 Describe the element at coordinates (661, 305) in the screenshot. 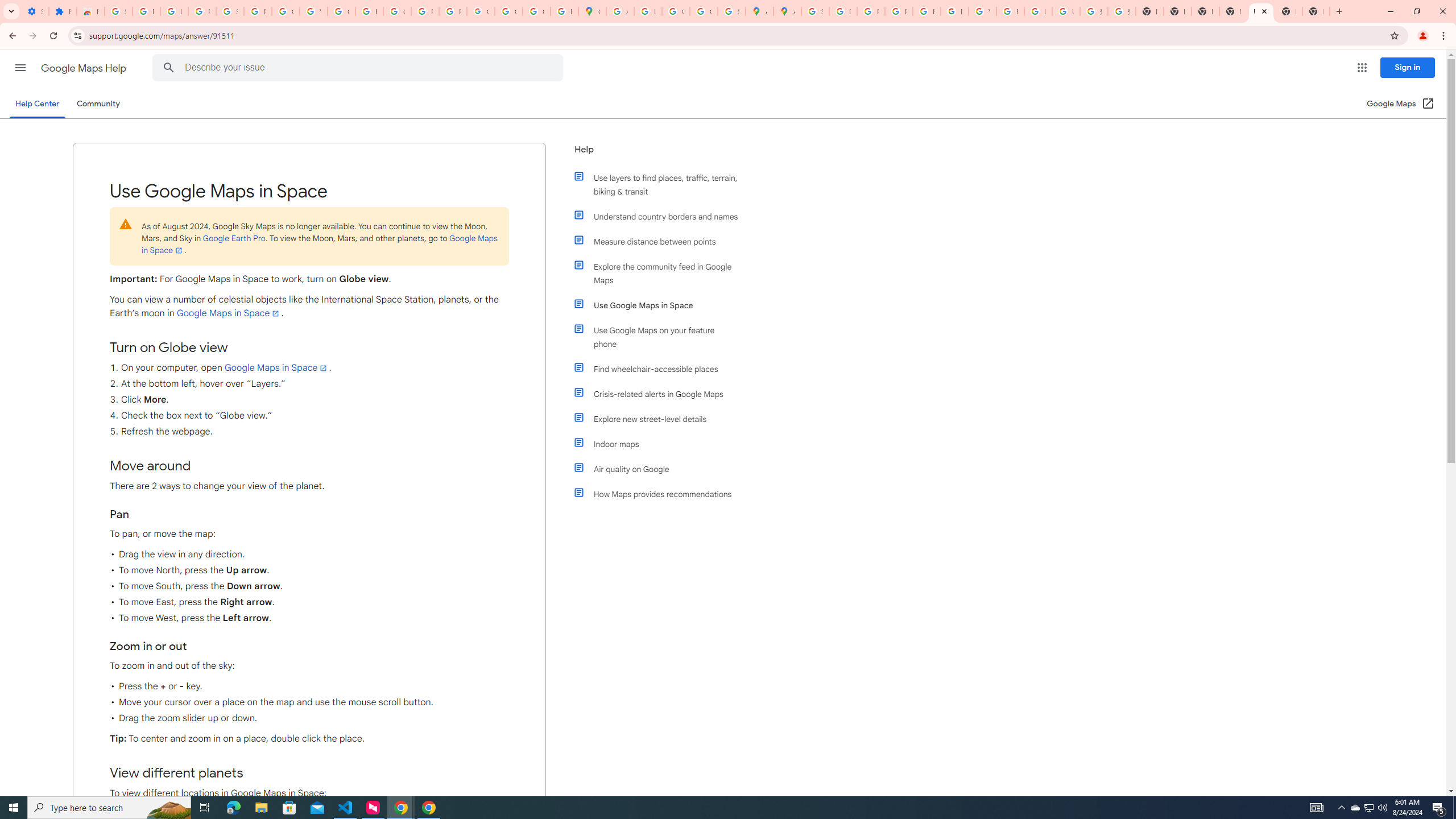

I see `'Use Google Maps in Space'` at that location.